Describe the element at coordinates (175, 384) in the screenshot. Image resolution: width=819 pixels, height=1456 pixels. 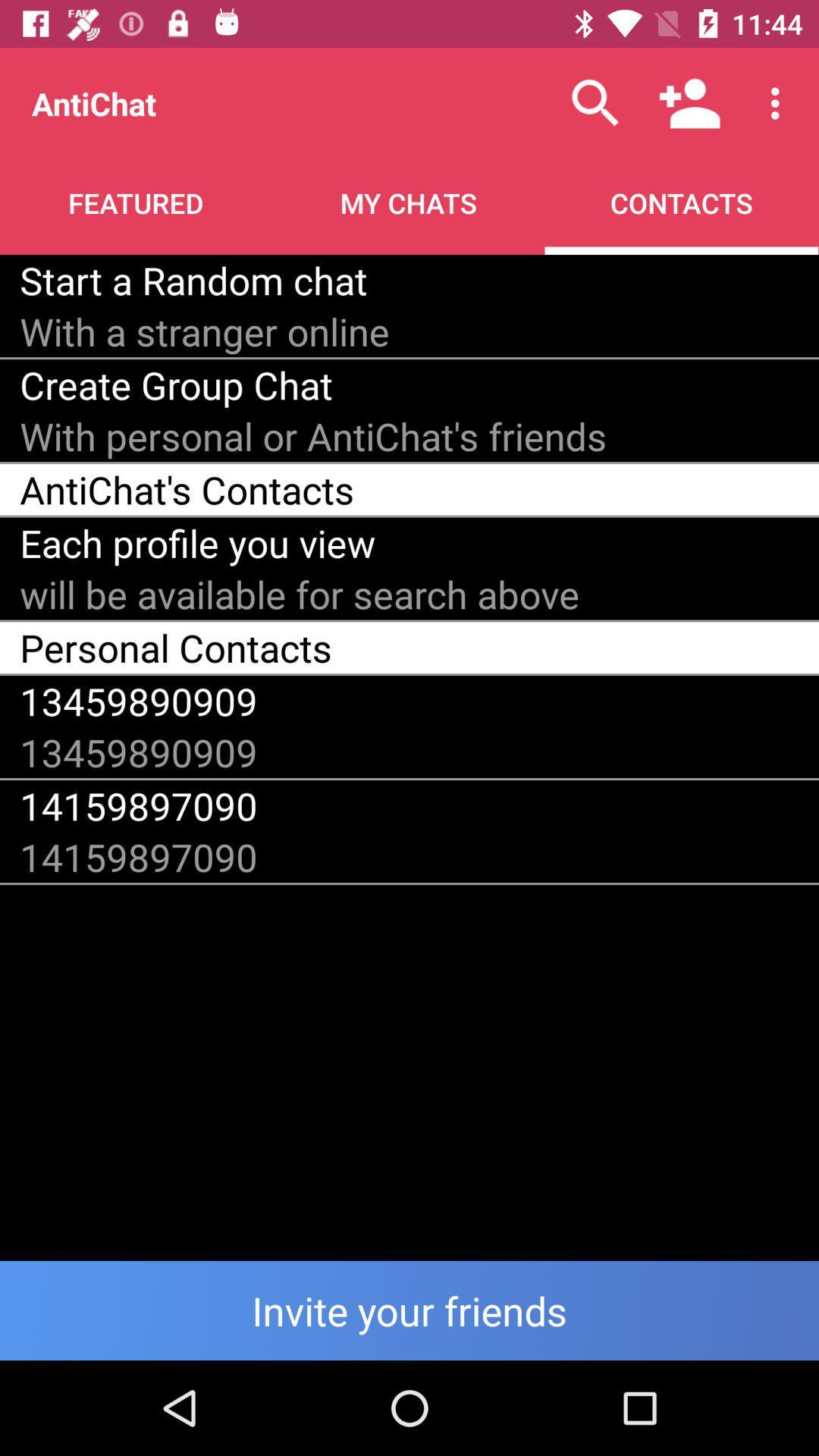
I see `the item below the with a stranger icon` at that location.